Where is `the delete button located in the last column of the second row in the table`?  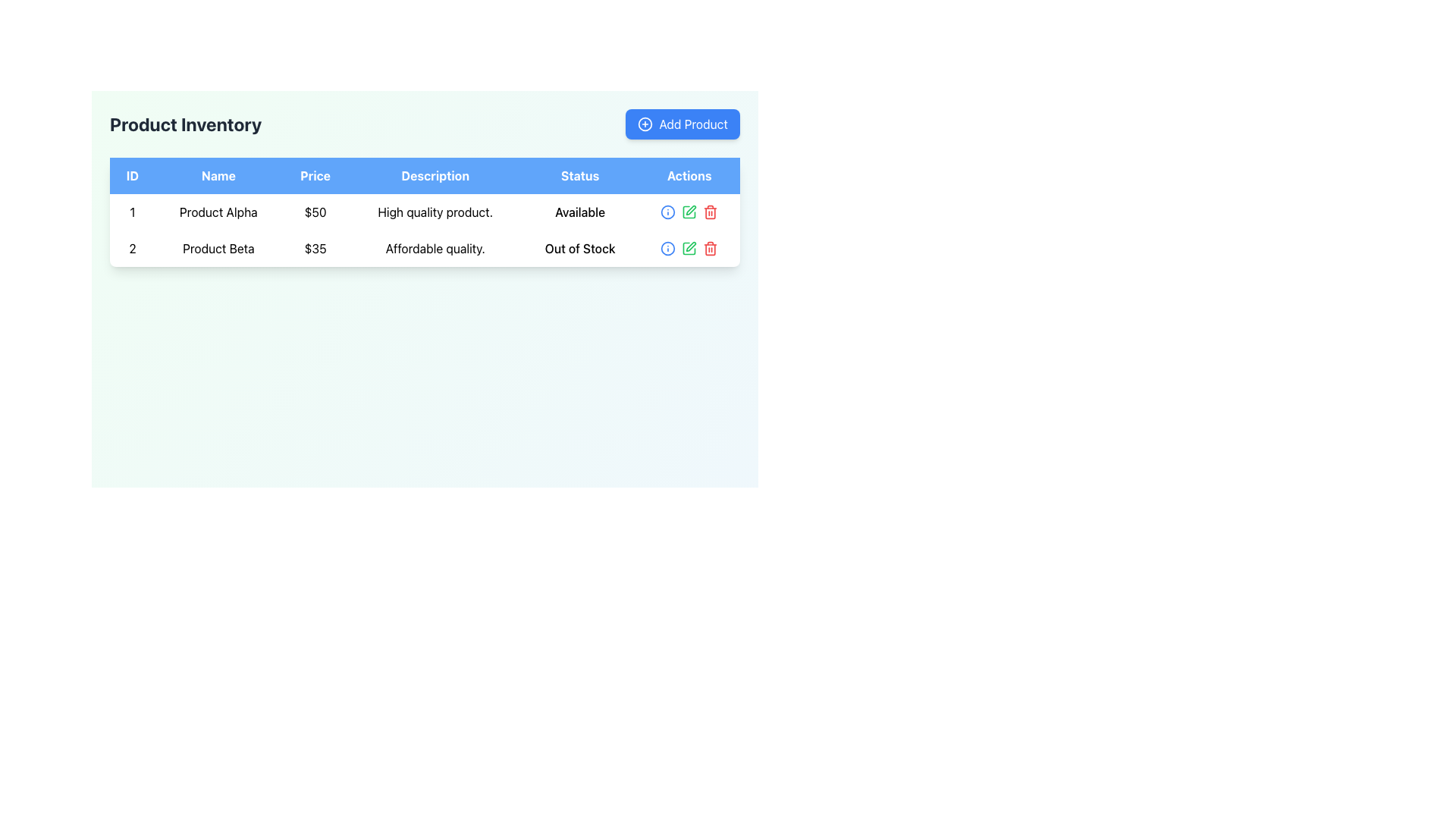
the delete button located in the last column of the second row in the table is located at coordinates (710, 212).